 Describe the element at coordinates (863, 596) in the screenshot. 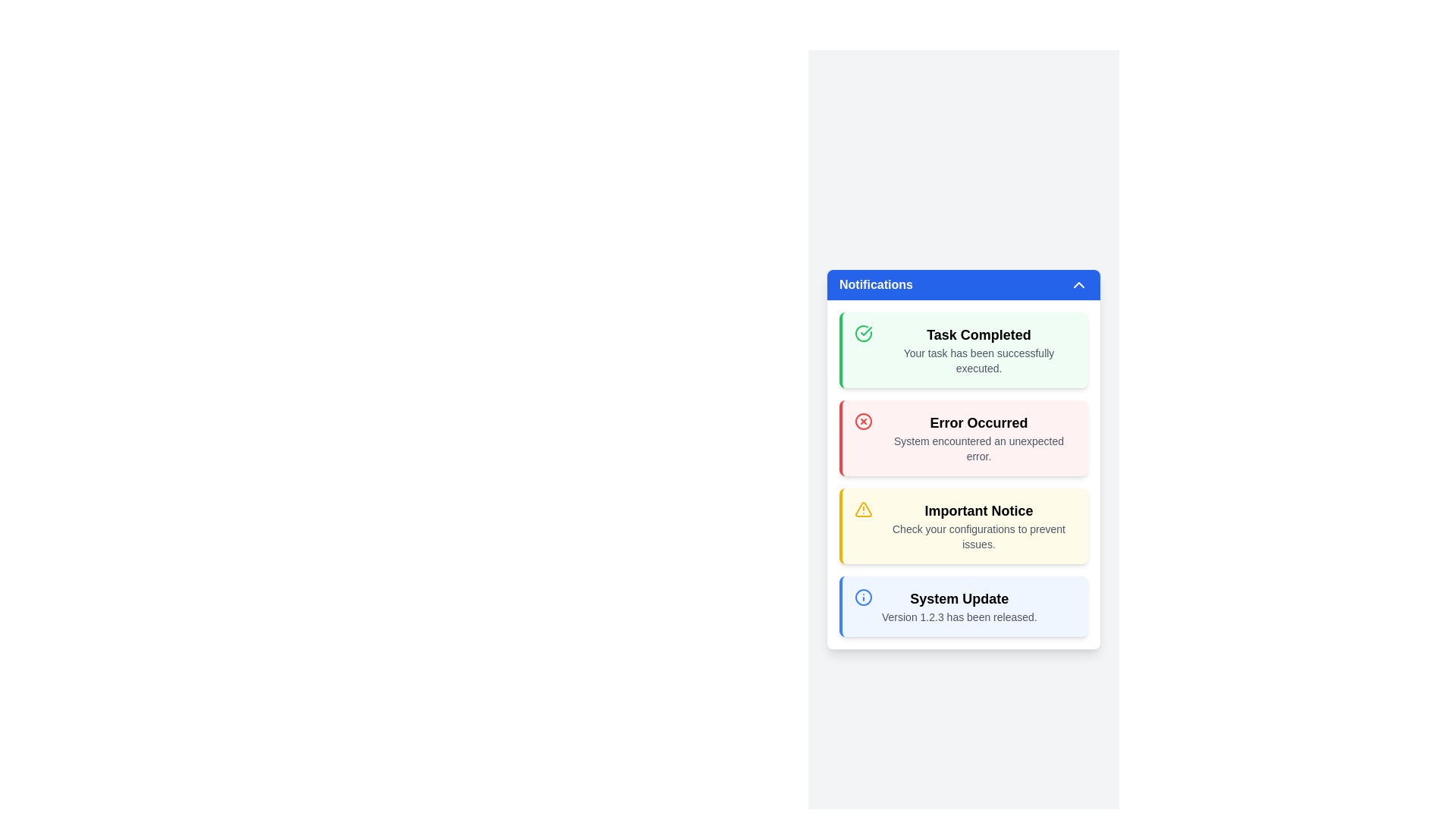

I see `the circle element of the informational icon in the bottom-most notification card titled 'System Update'` at that location.